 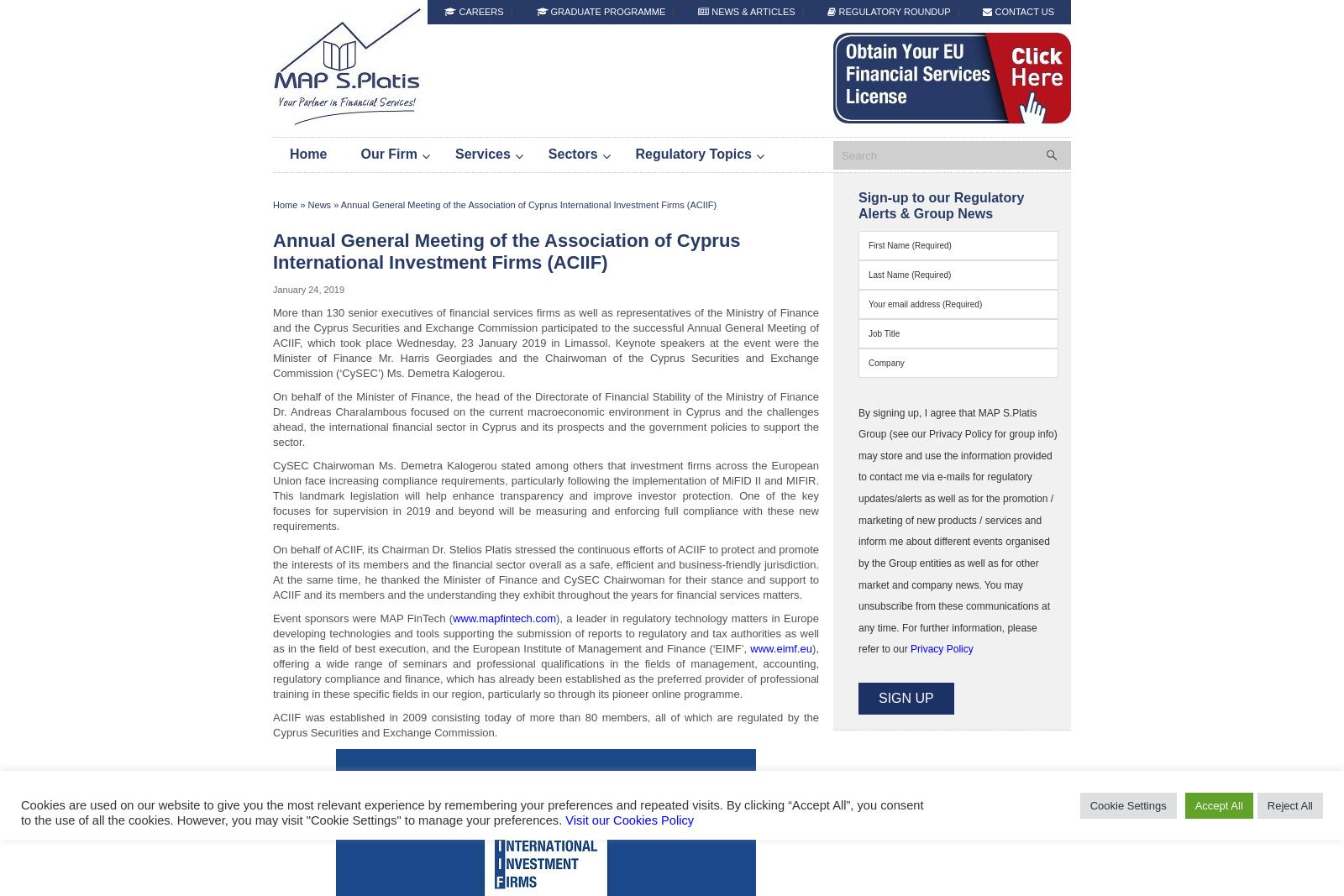 I want to click on 'Reject All', so click(x=1289, y=804).